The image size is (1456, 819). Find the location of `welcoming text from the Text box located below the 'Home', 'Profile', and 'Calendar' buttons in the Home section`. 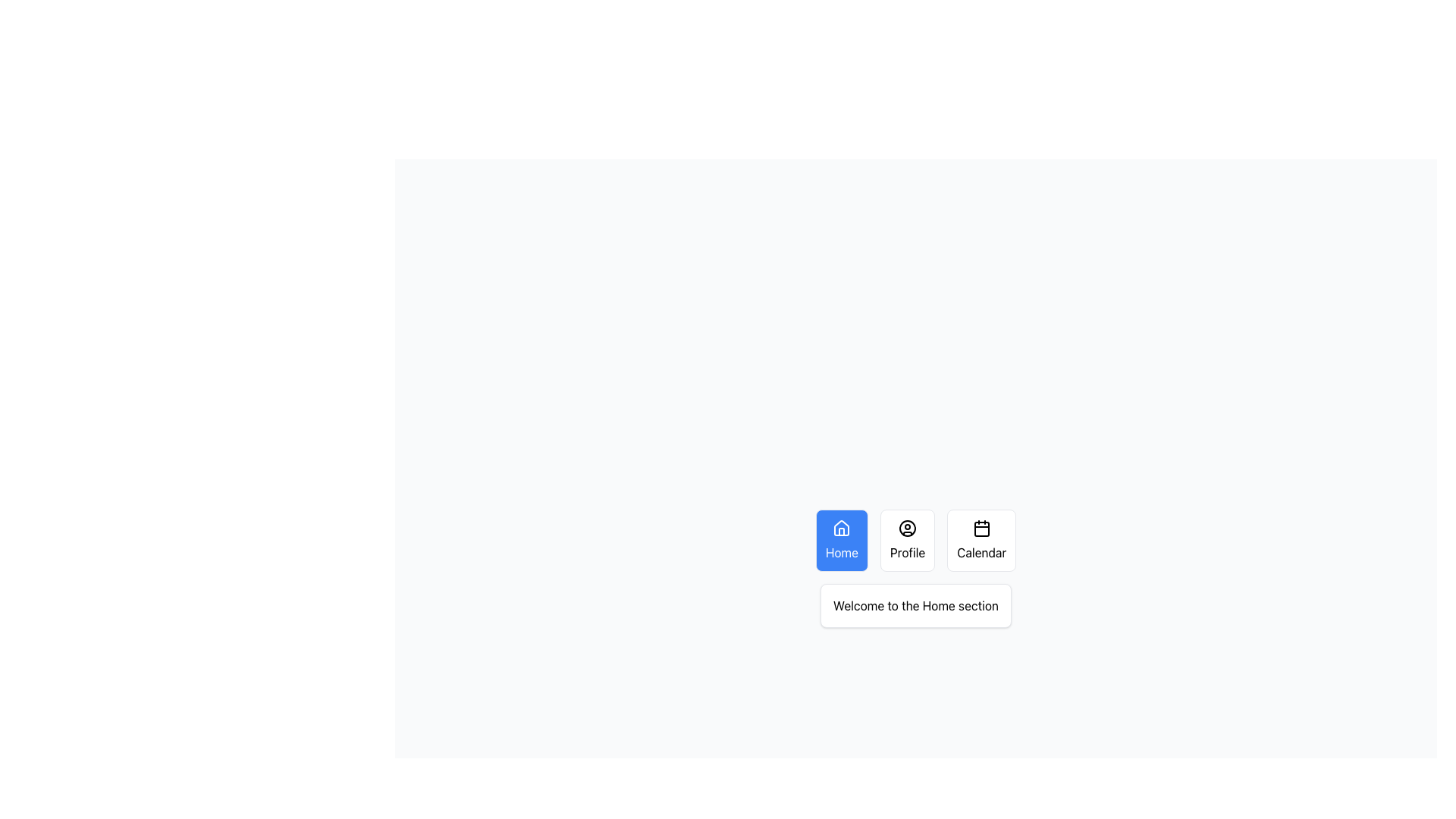

welcoming text from the Text box located below the 'Home', 'Profile', and 'Calendar' buttons in the Home section is located at coordinates (915, 604).